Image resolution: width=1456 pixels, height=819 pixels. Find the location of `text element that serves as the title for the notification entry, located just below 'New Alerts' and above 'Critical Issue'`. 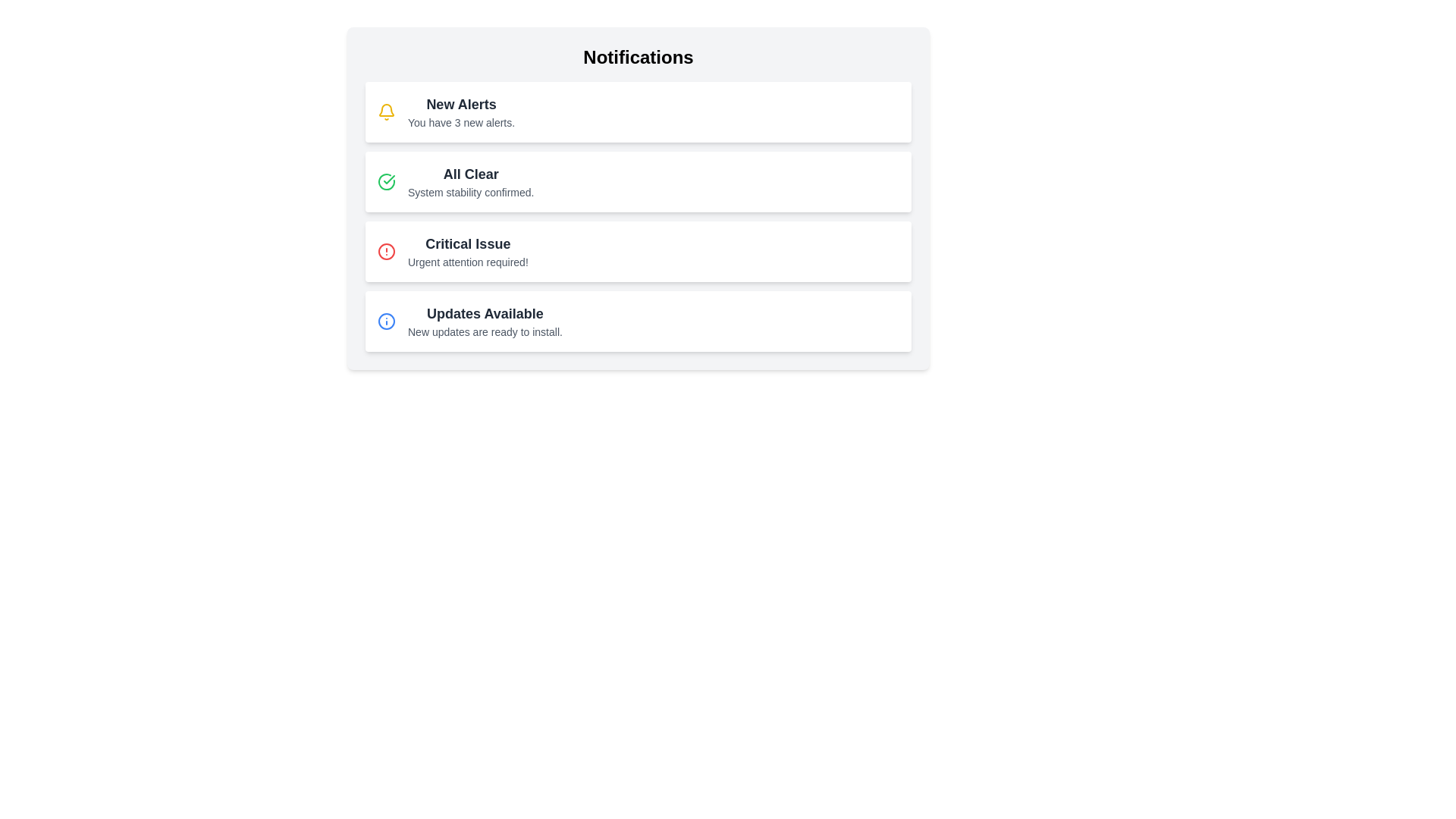

text element that serves as the title for the notification entry, located just below 'New Alerts' and above 'Critical Issue' is located at coordinates (470, 174).